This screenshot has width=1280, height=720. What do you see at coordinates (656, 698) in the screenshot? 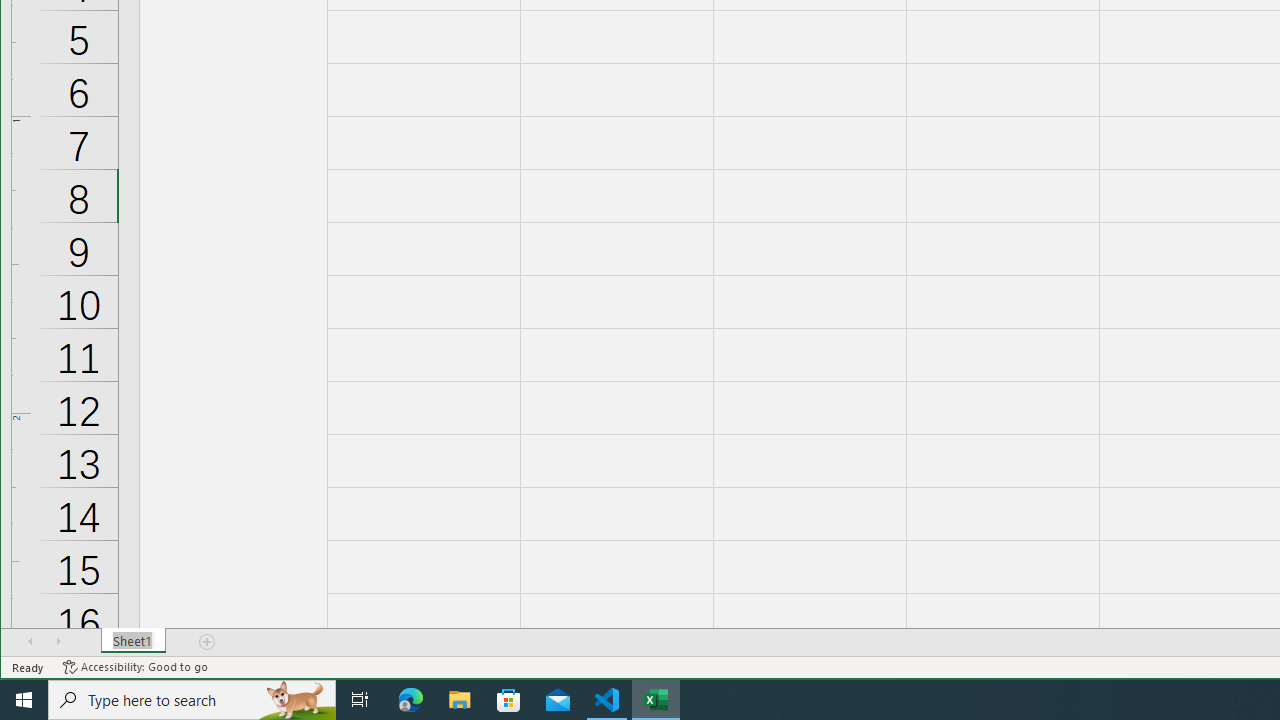
I see `'Excel - 1 running window'` at bounding box center [656, 698].